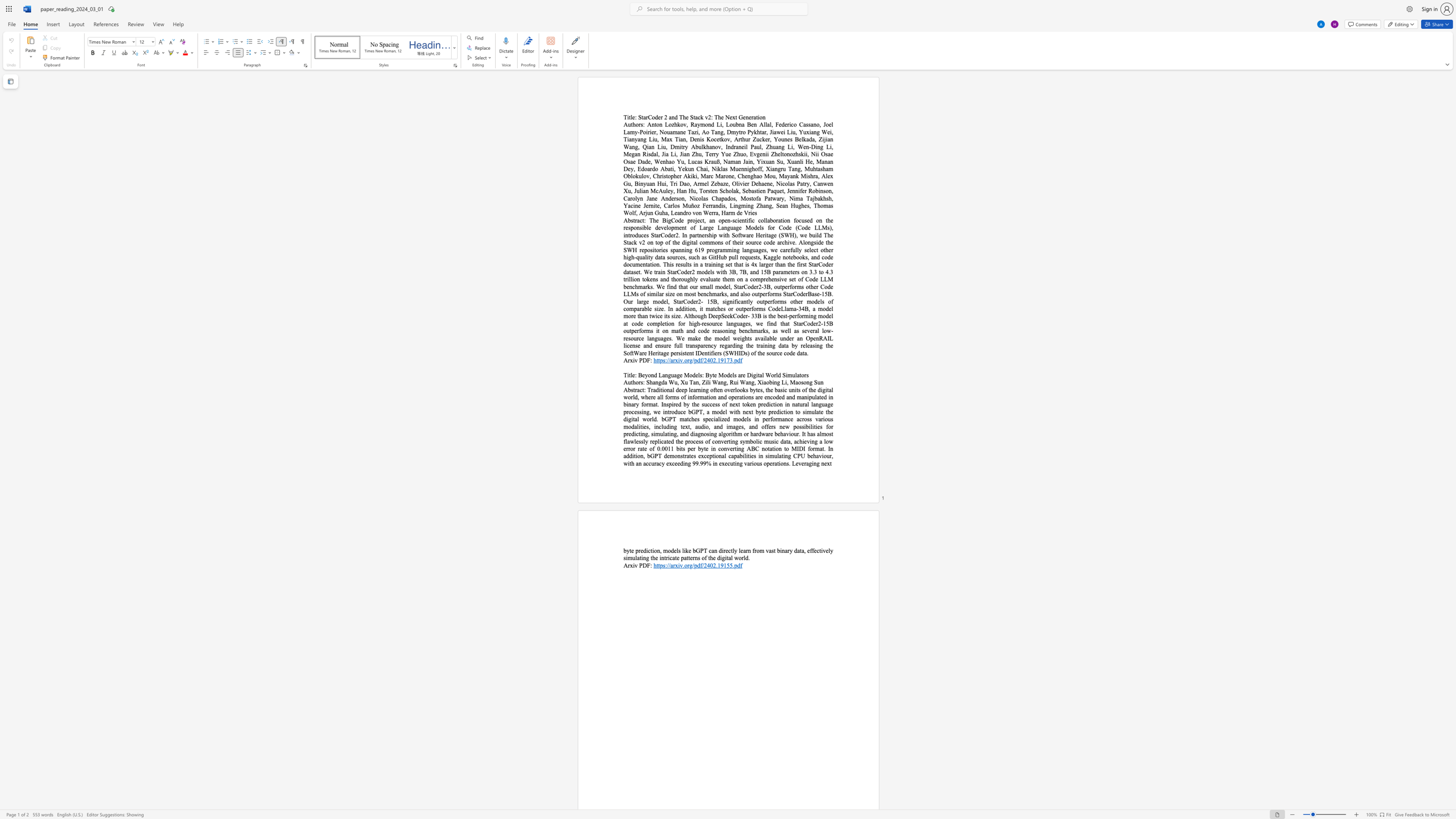 The height and width of the screenshot is (819, 1456). Describe the element at coordinates (638, 565) in the screenshot. I see `the subset text "PDF:" within the text "Arxiv PDF:"` at that location.